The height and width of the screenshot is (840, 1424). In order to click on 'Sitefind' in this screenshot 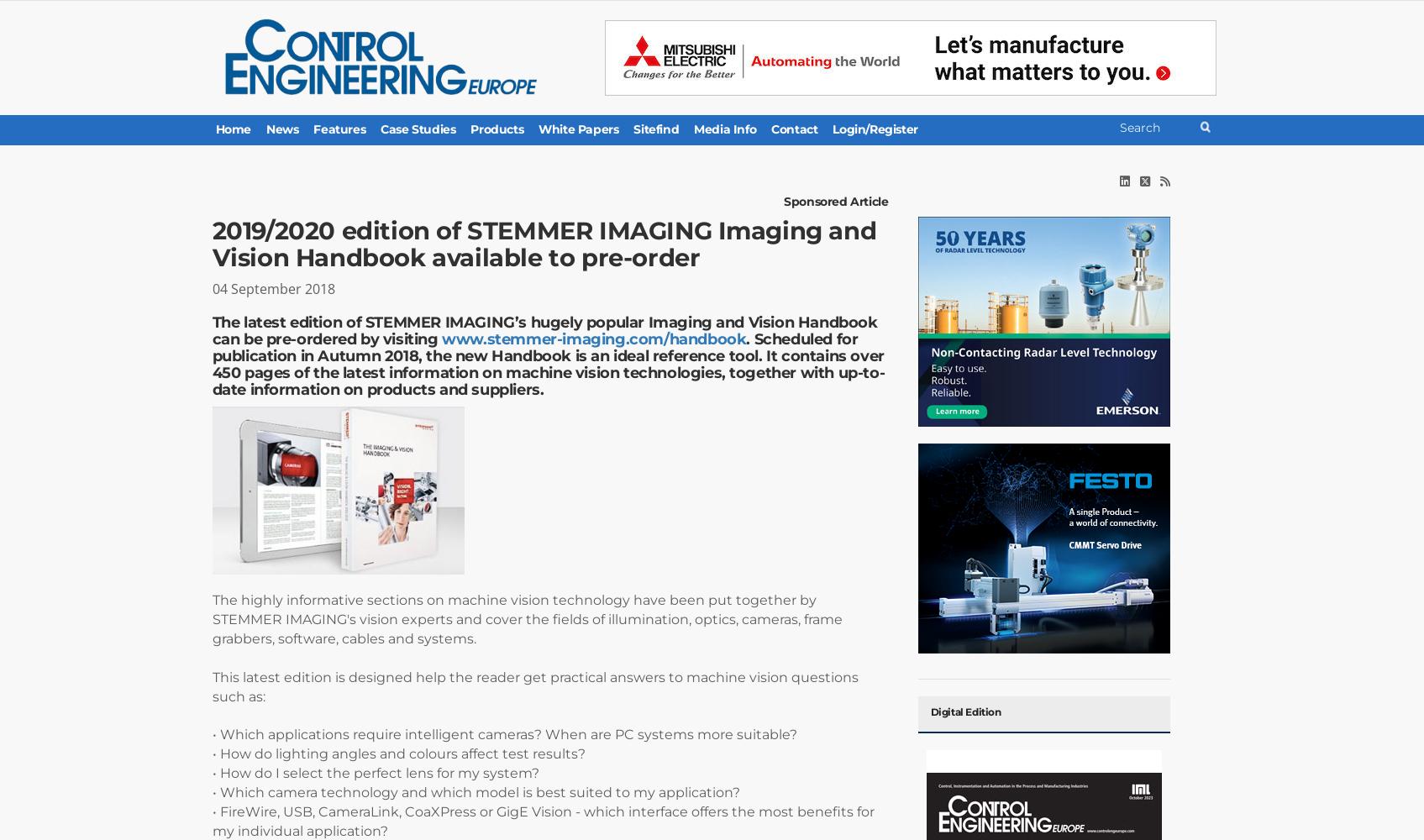, I will do `click(655, 129)`.